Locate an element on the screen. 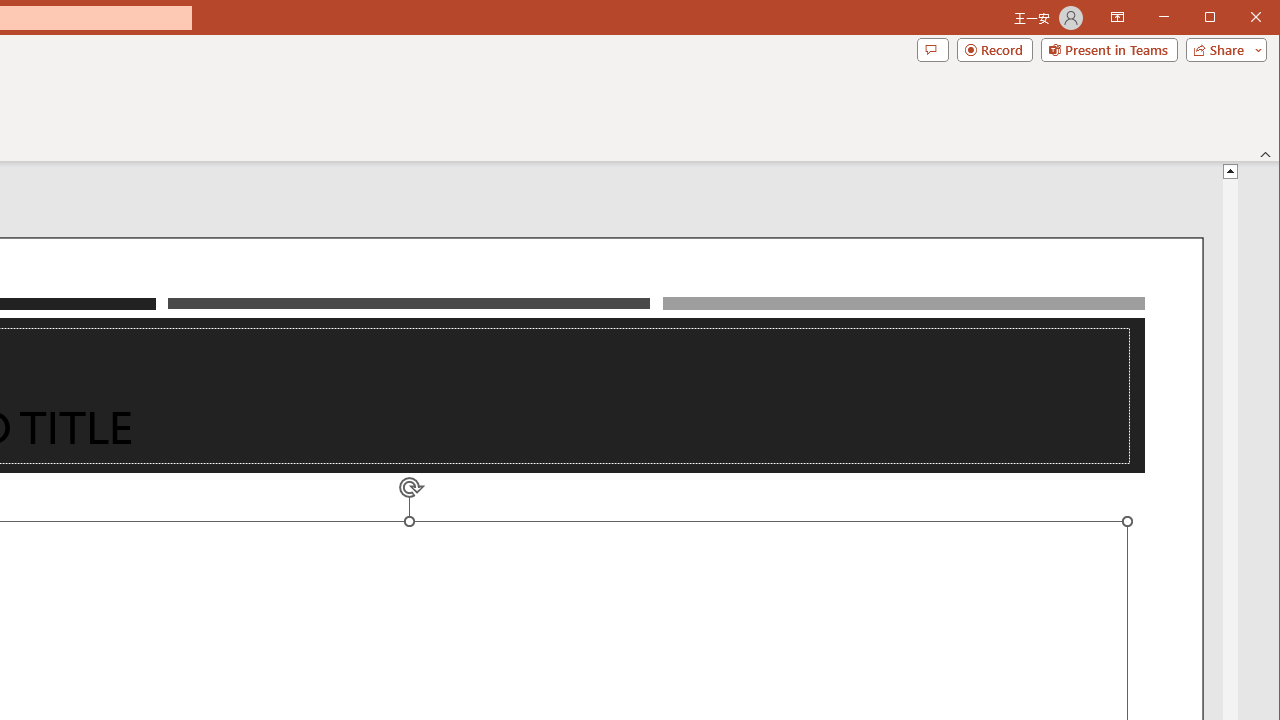  'Line up' is located at coordinates (1229, 169).